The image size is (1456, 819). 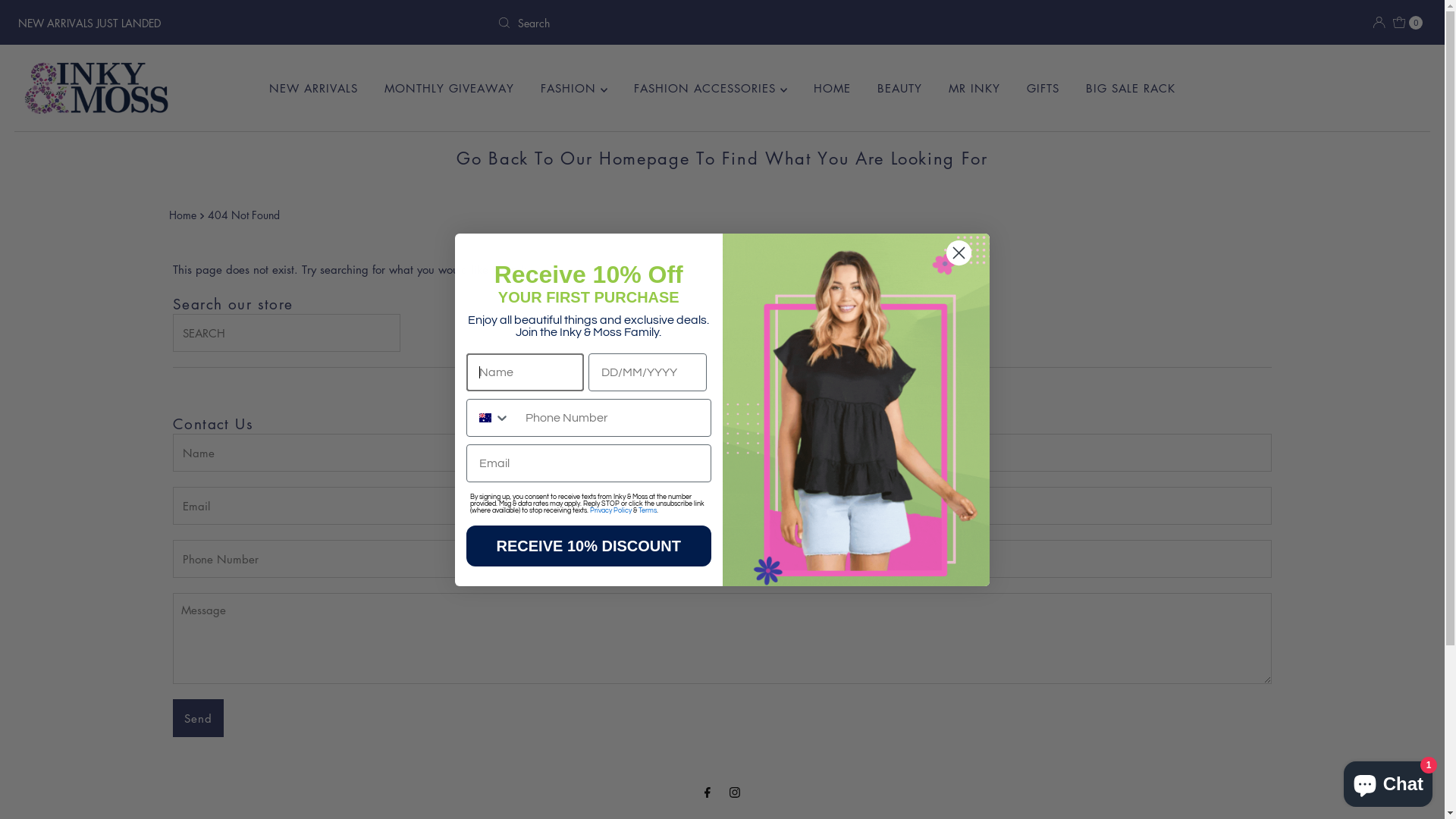 I want to click on 'Australia', so click(x=484, y=417).